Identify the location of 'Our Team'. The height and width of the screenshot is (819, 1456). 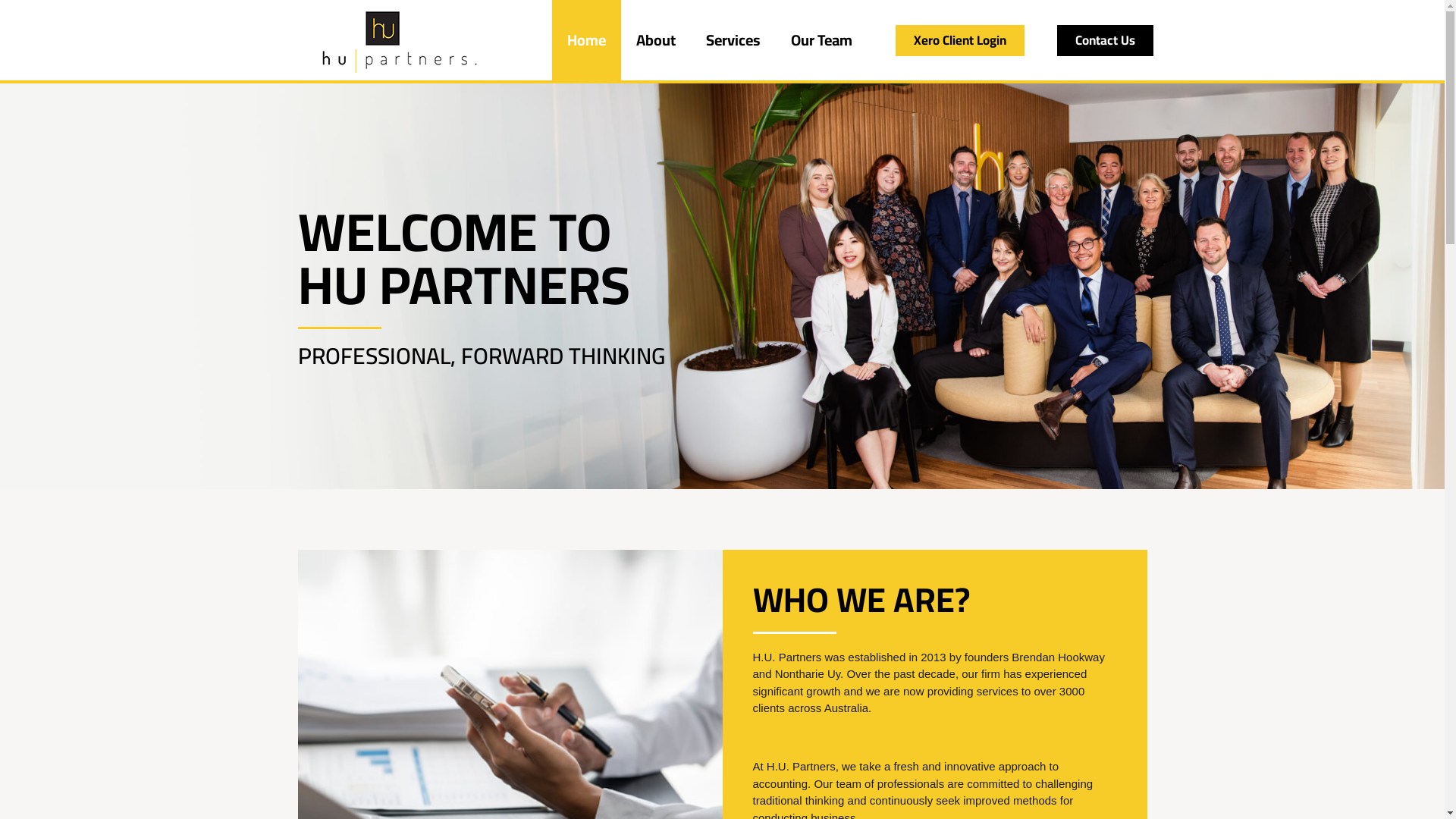
(775, 39).